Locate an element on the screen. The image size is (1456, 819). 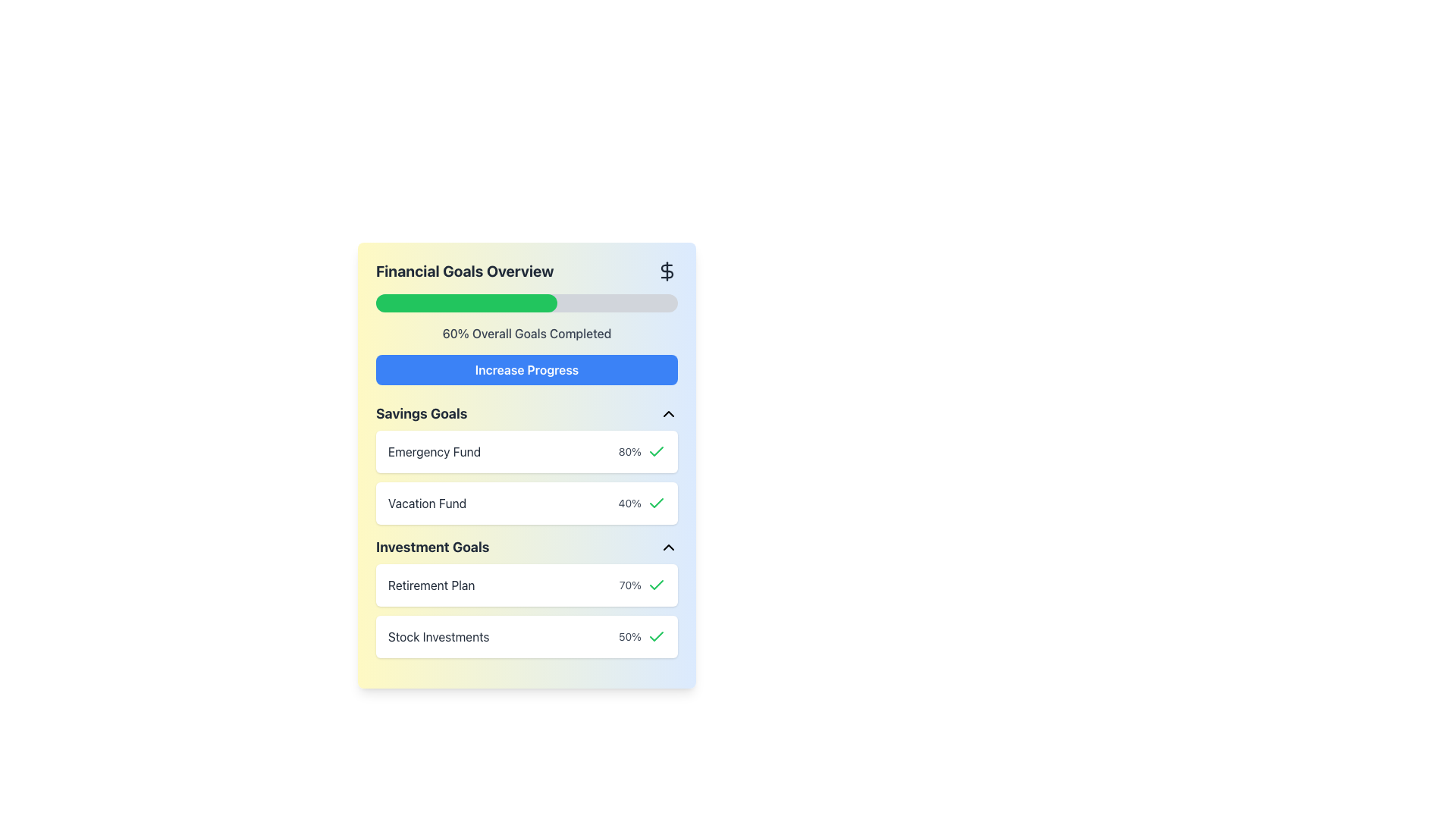
the static label that displays the completion or progress percentage for the 'Retirement Plan' task in the 'Investment Goals' section, located to the right of the corresponding row and before the green checkmark icon is located at coordinates (630, 584).